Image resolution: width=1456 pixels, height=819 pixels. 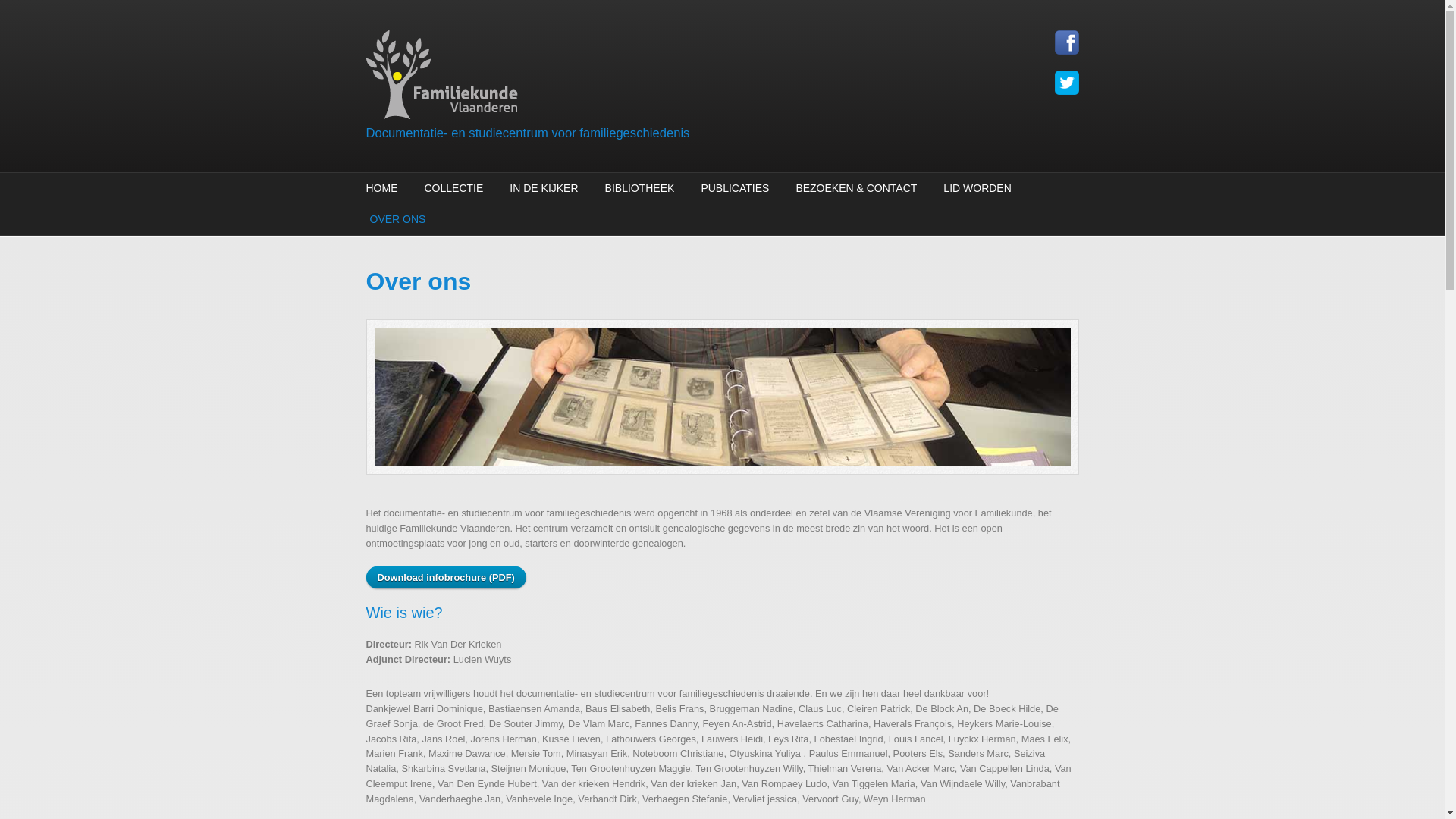 What do you see at coordinates (735, 187) in the screenshot?
I see `'PUBLICATIES'` at bounding box center [735, 187].